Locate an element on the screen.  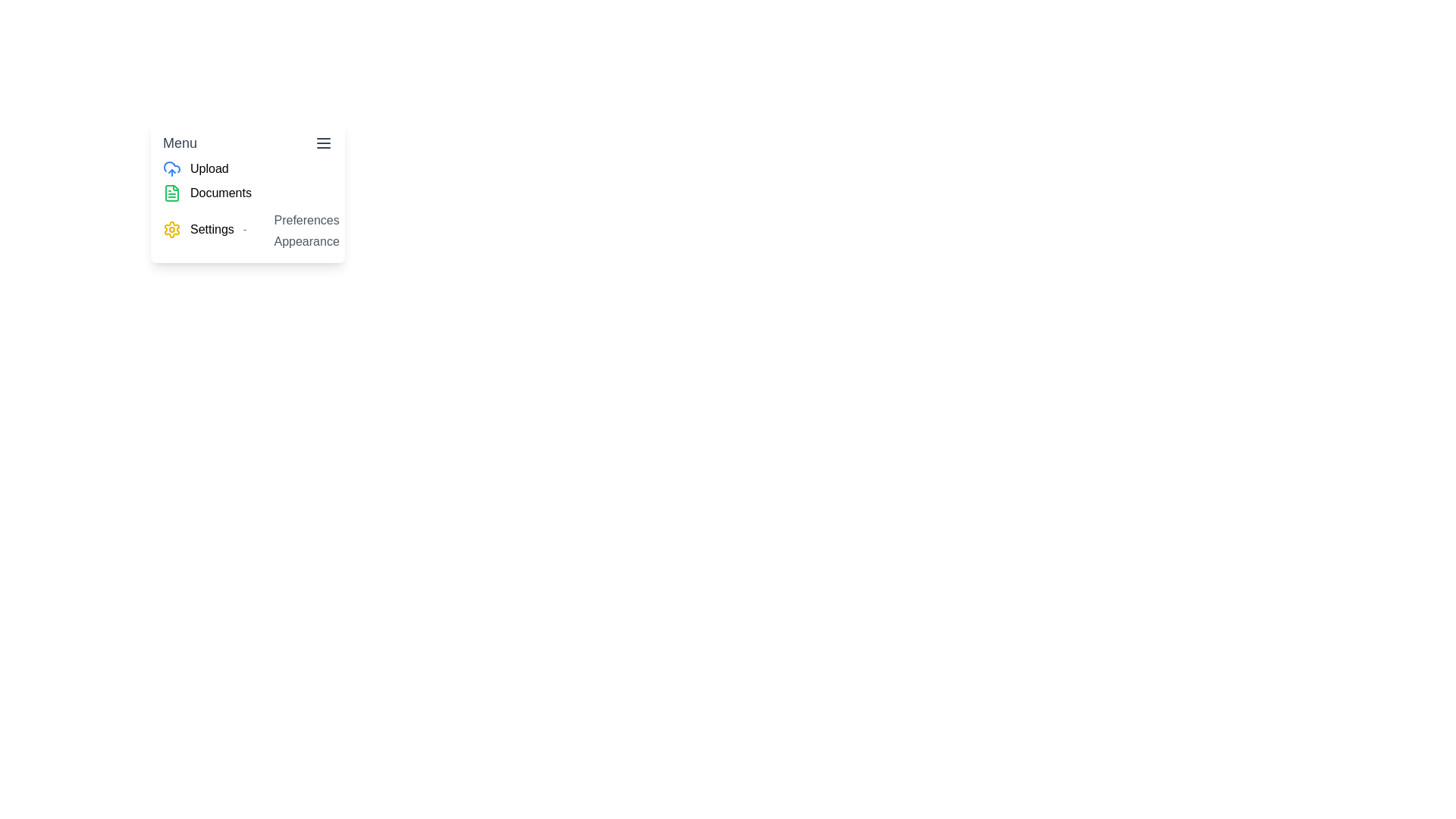
the gear-shaped icon located in the settings menu, which is positioned to the left of the 'Preferences' and 'Appearance' options is located at coordinates (171, 230).